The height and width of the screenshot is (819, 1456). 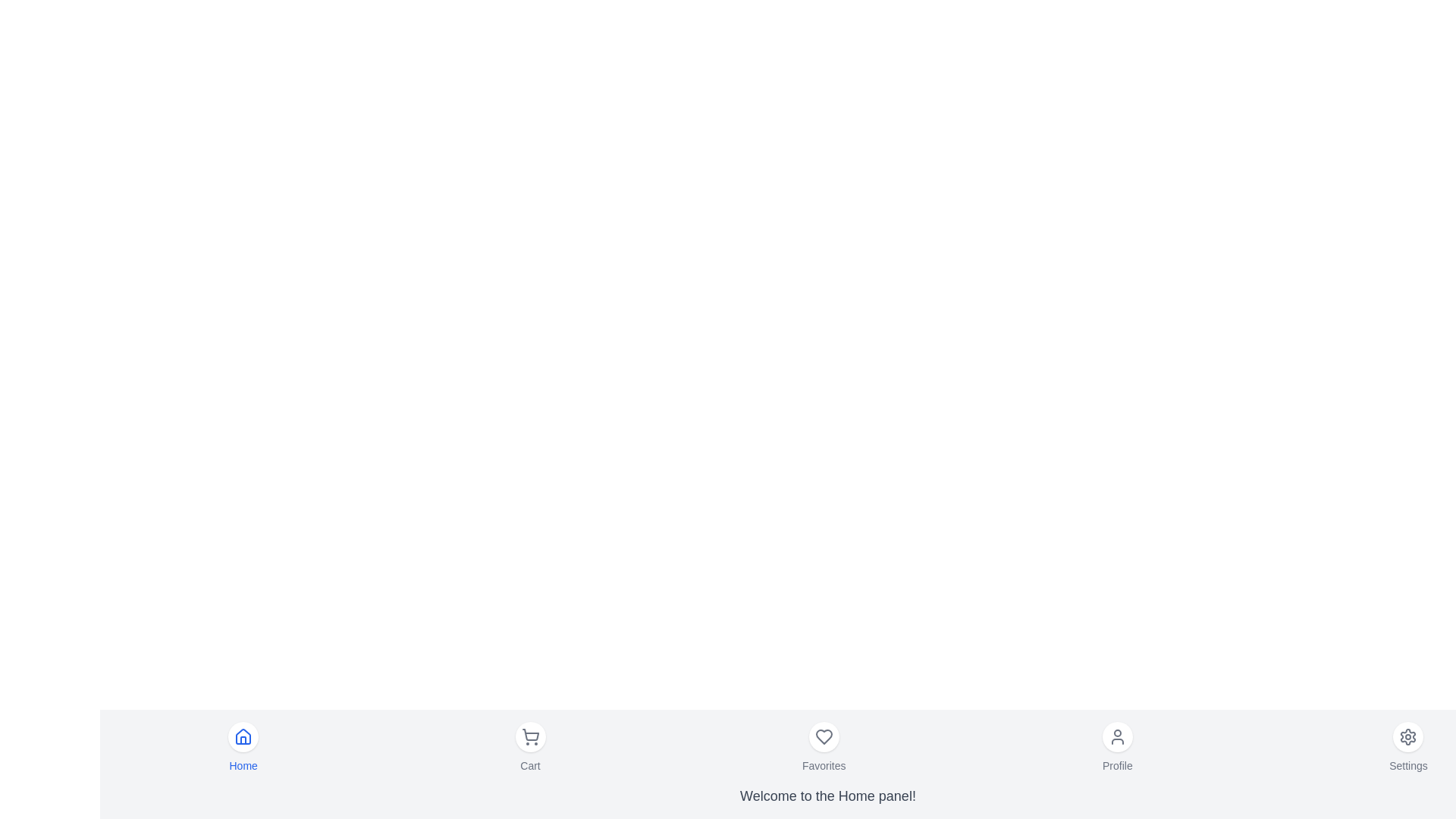 I want to click on the menu item labeled Favorites to observe the hover effect, so click(x=823, y=747).